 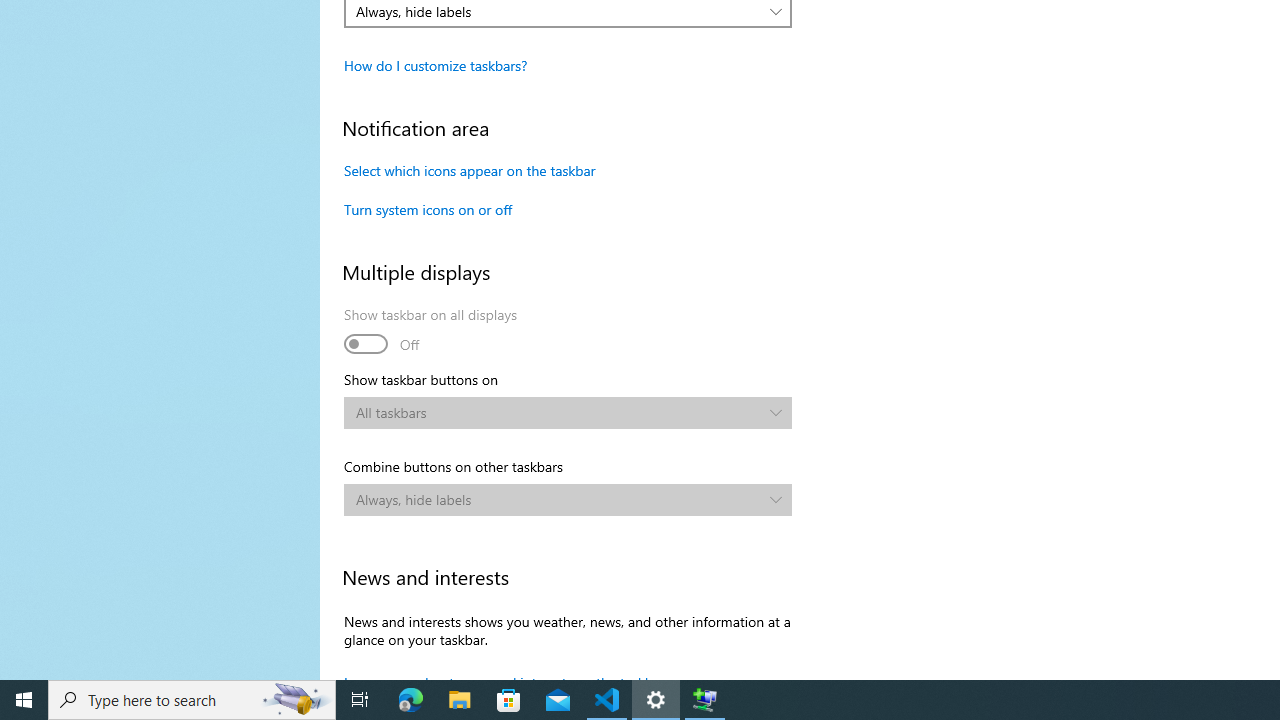 I want to click on 'All taskbars', so click(x=558, y=411).